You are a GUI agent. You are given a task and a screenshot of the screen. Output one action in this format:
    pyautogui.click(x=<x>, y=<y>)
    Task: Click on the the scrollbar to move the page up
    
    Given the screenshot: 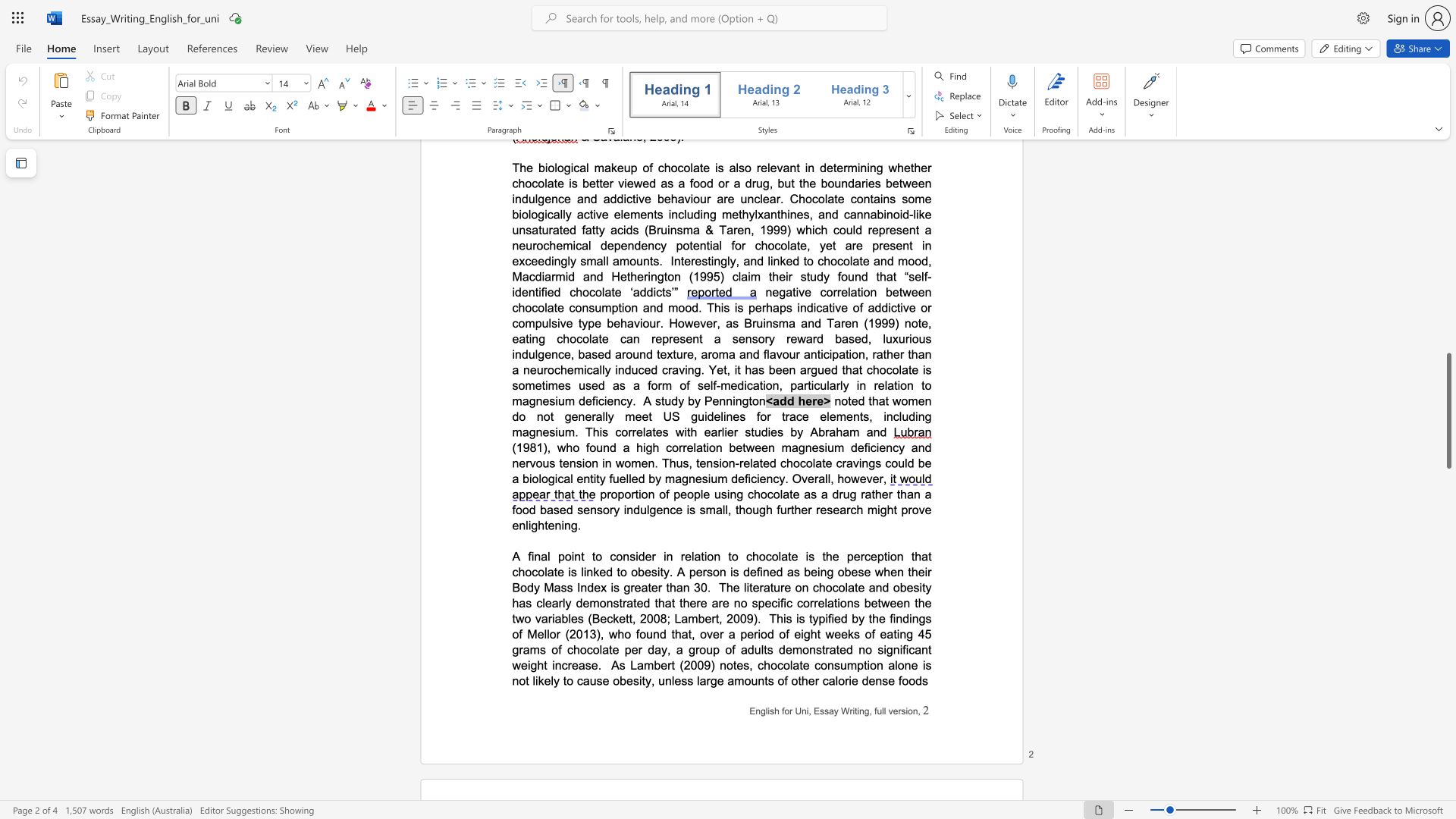 What is the action you would take?
    pyautogui.click(x=1448, y=281)
    